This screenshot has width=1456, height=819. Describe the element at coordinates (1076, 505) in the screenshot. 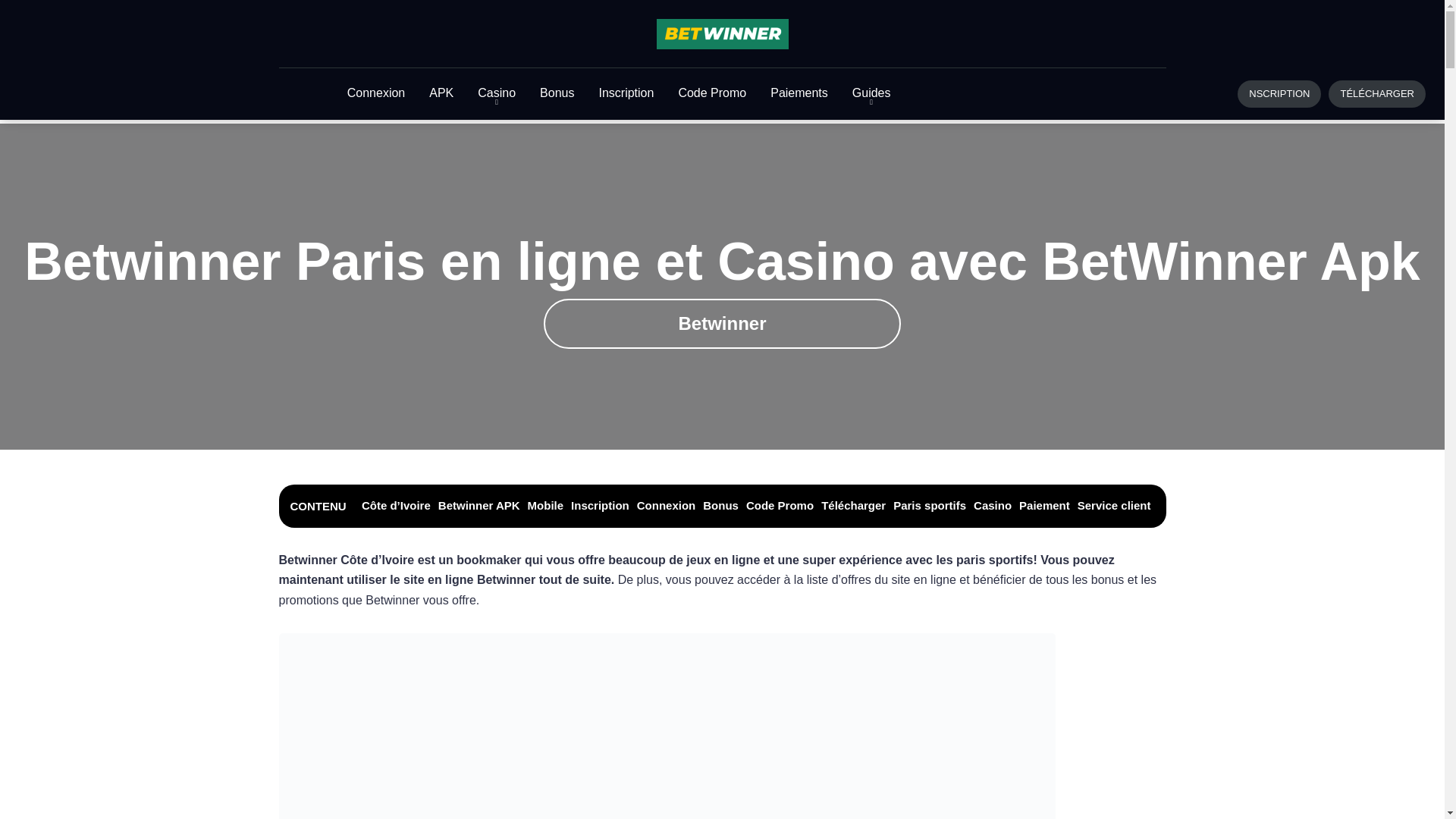

I see `'Service client'` at that location.